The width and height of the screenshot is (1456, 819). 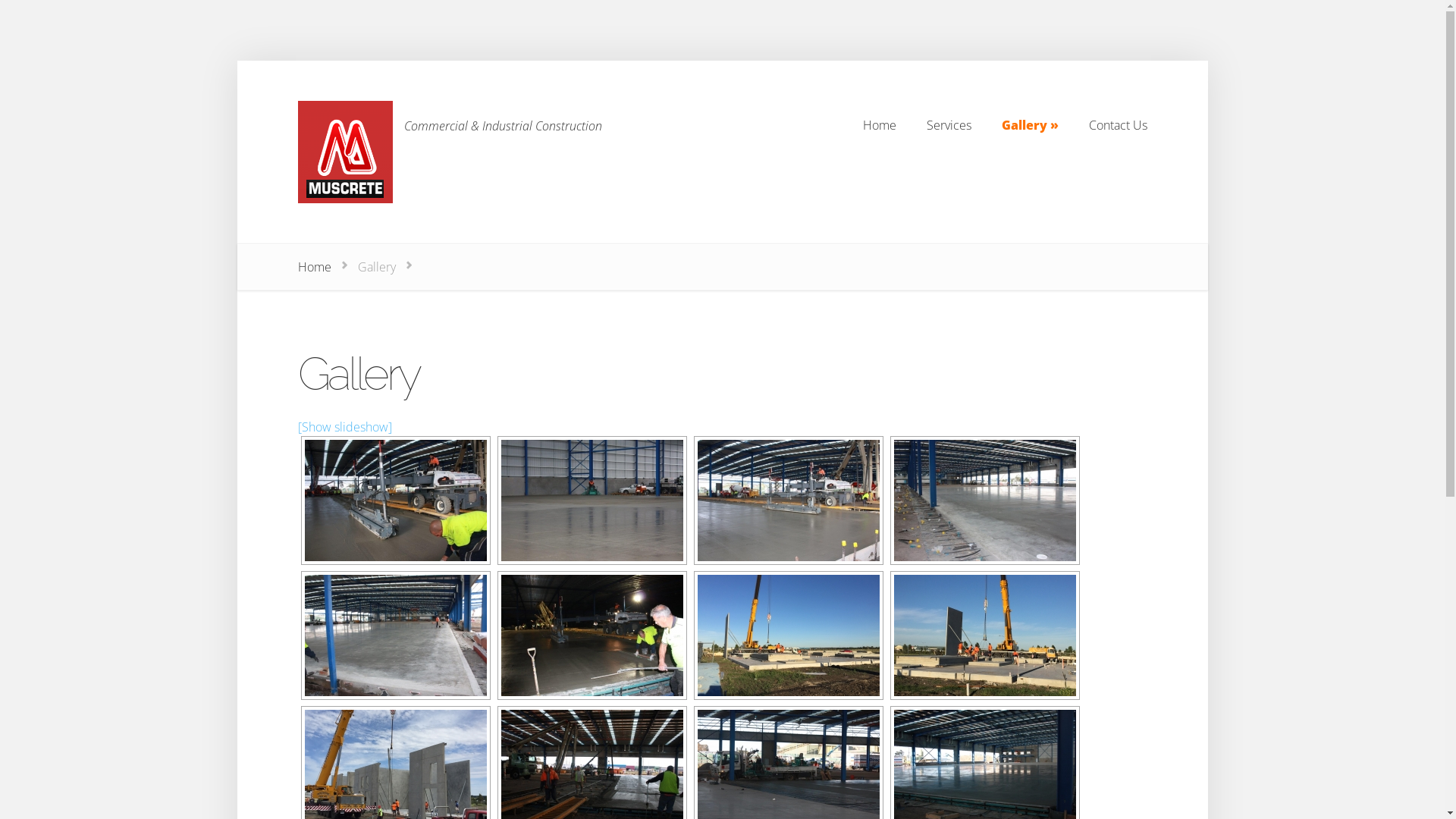 What do you see at coordinates (692, 635) in the screenshot?
I see `'IMG_3011'` at bounding box center [692, 635].